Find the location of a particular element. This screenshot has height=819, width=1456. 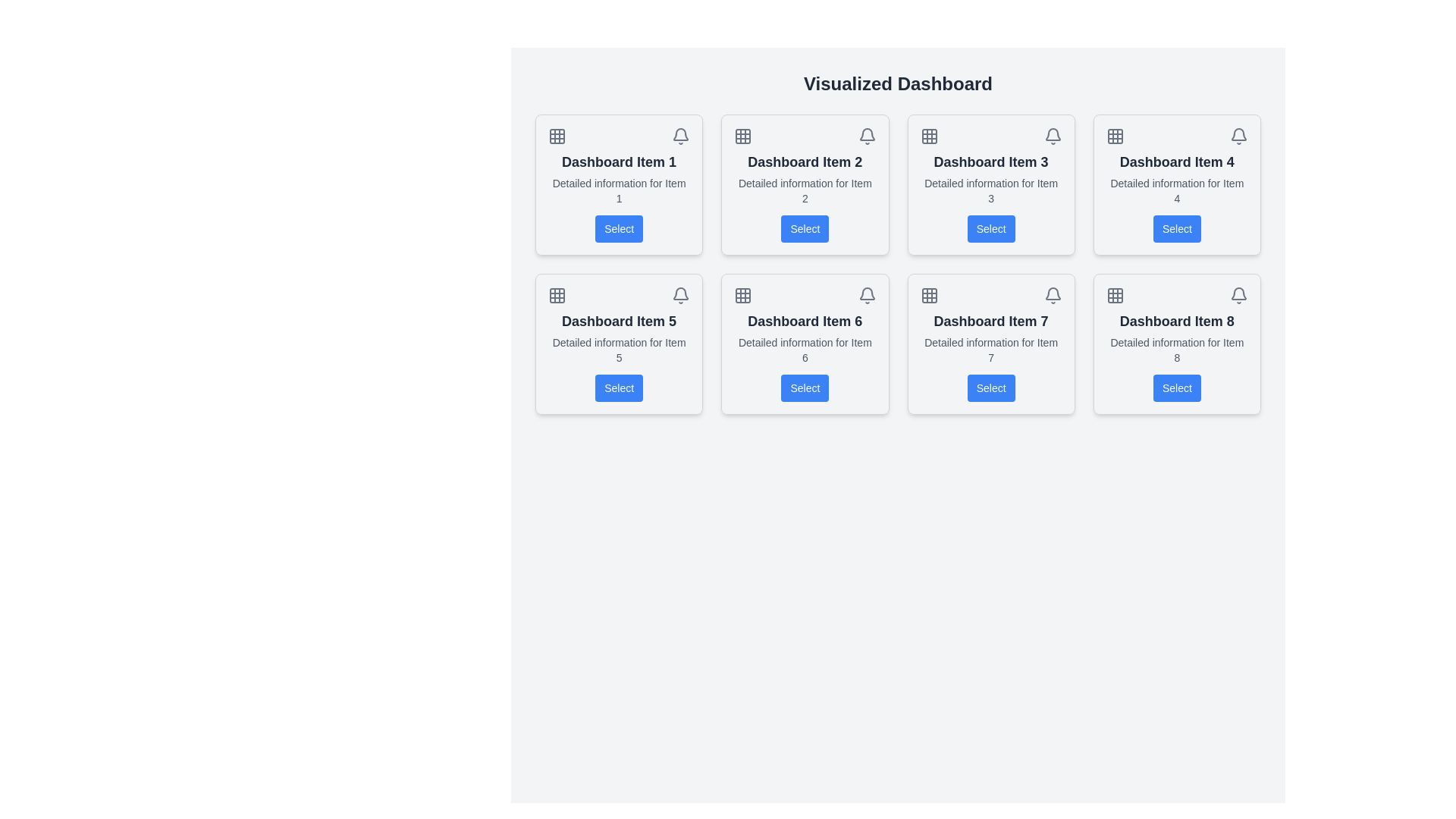

the bell icon located in the top-right corner of 'Dashboard Item 4' to interact with notifications is located at coordinates (1238, 136).